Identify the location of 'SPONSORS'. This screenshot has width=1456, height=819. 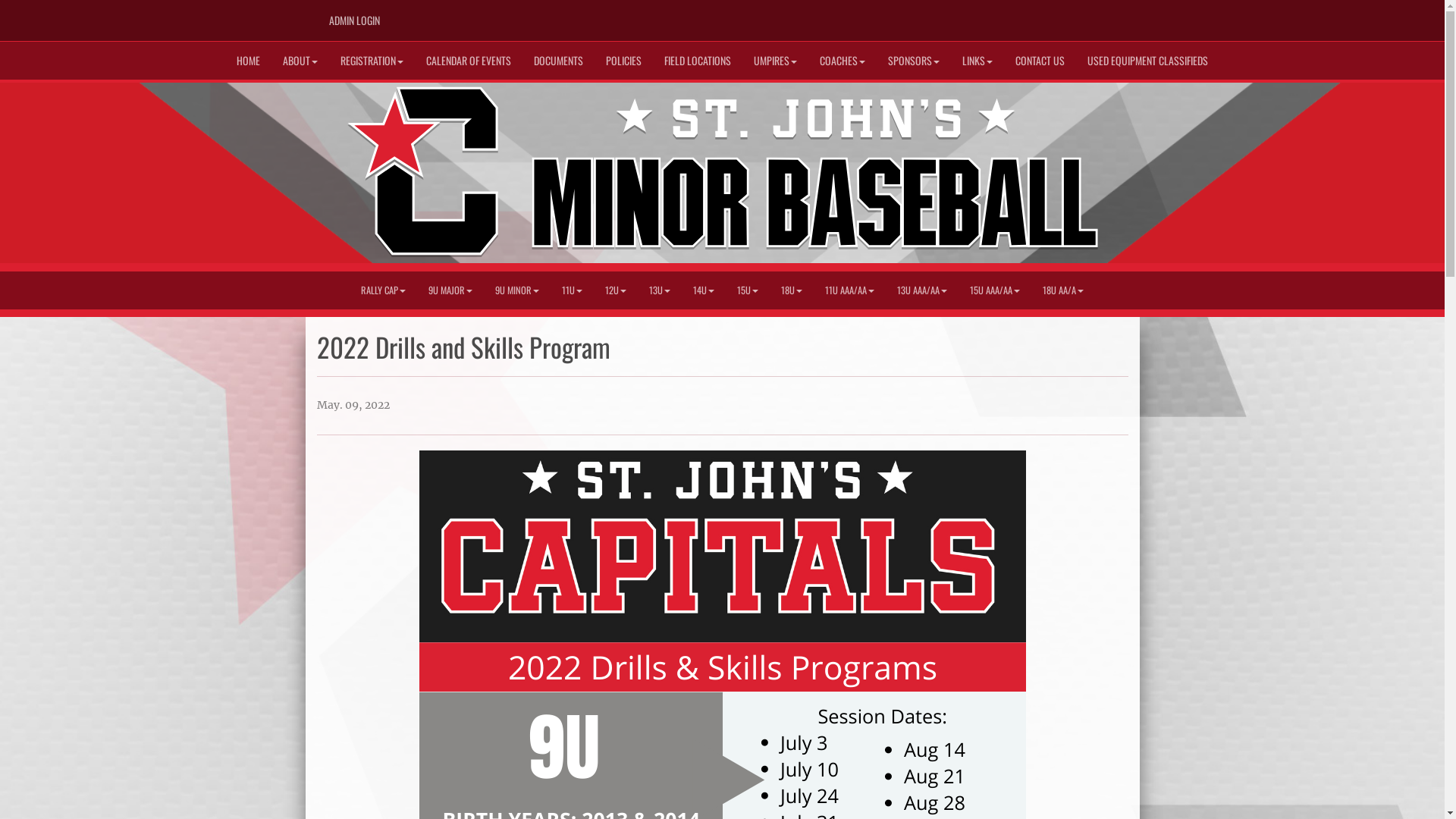
(912, 60).